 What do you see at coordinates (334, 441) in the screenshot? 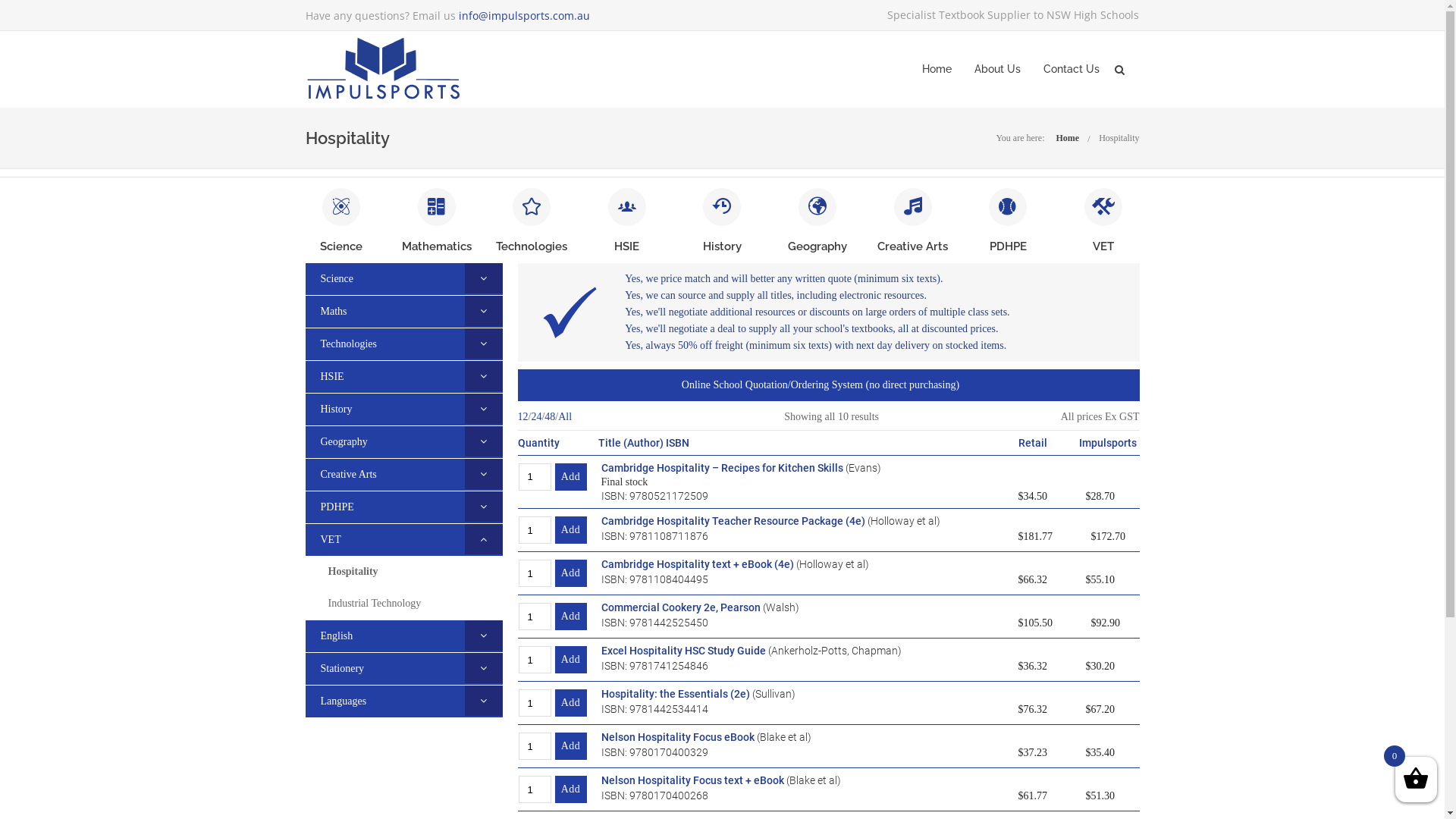
I see `'Geography'` at bounding box center [334, 441].